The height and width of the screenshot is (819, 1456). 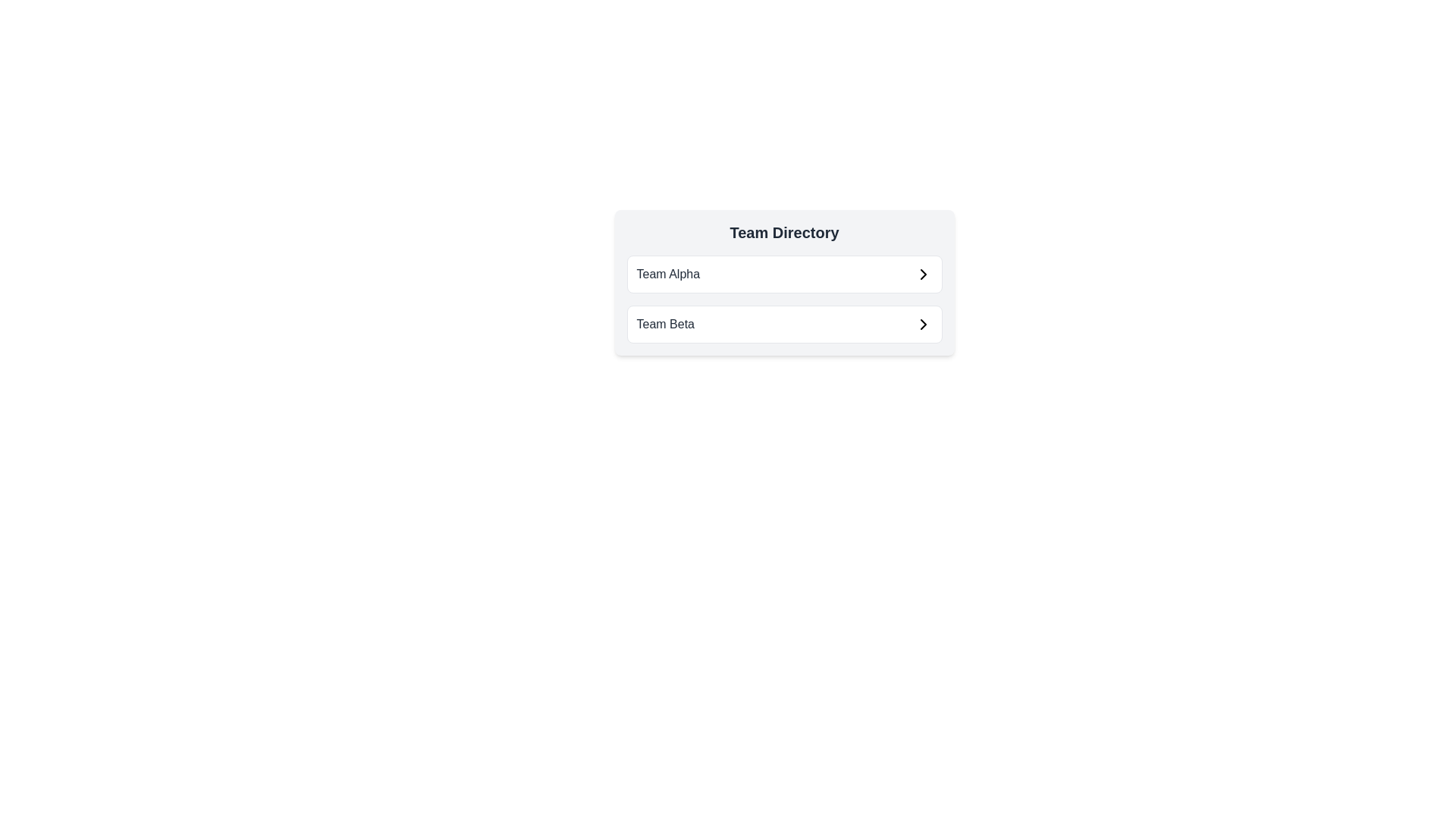 What do you see at coordinates (784, 324) in the screenshot?
I see `the second list item labeled 'Team Beta'` at bounding box center [784, 324].